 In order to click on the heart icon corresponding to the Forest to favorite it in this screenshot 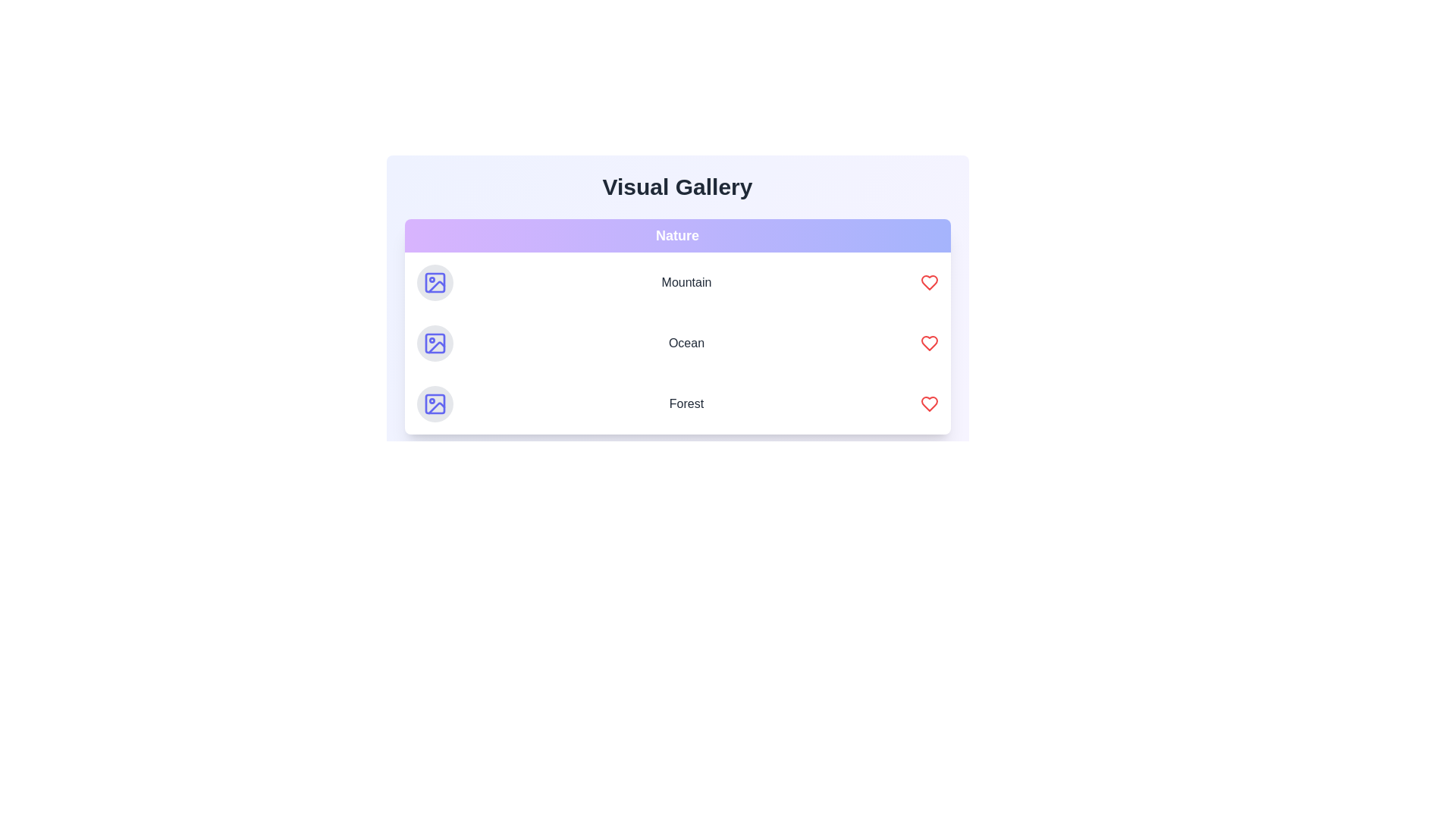, I will do `click(928, 403)`.